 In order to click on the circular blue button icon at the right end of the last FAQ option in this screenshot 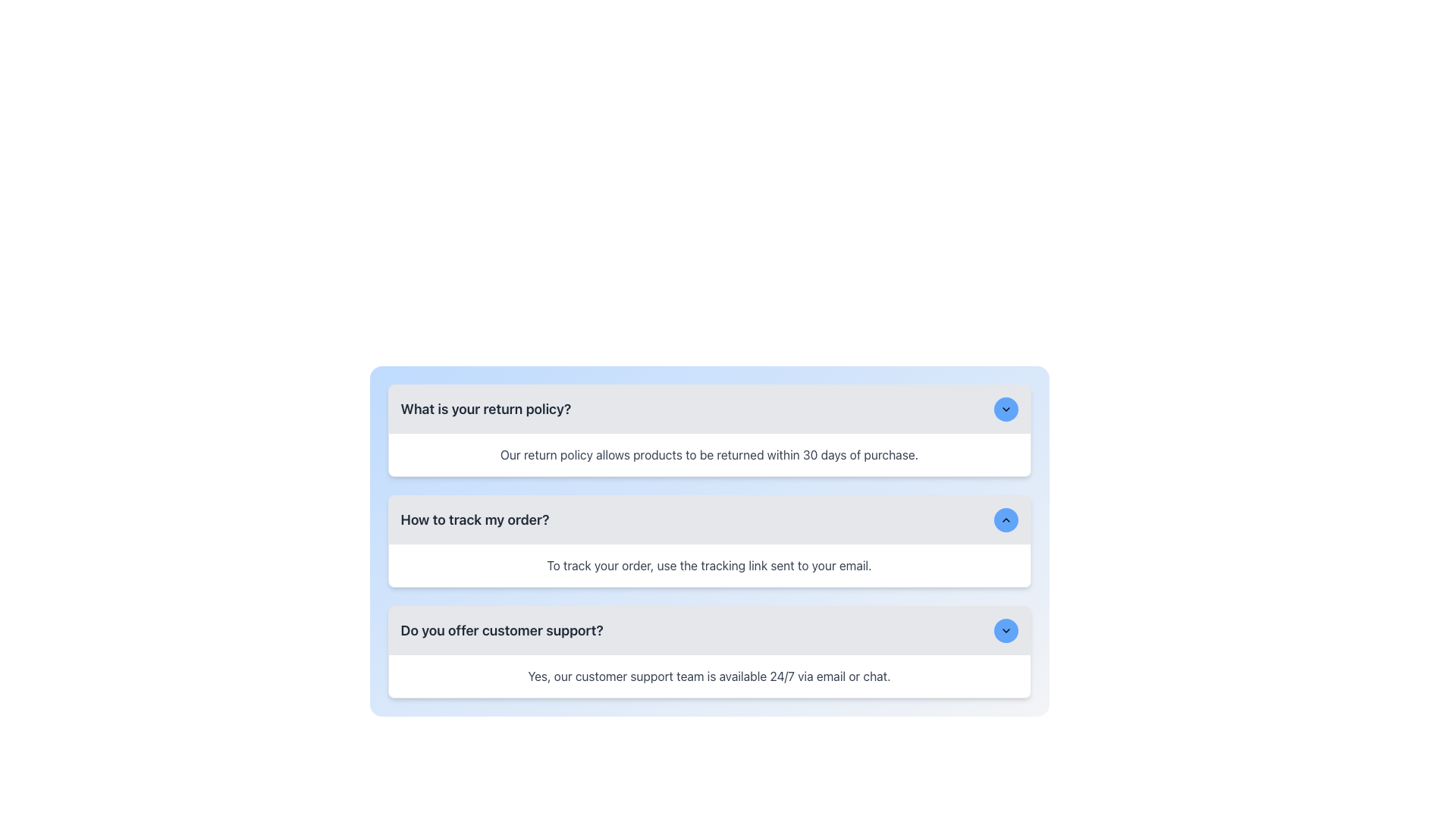, I will do `click(1006, 631)`.